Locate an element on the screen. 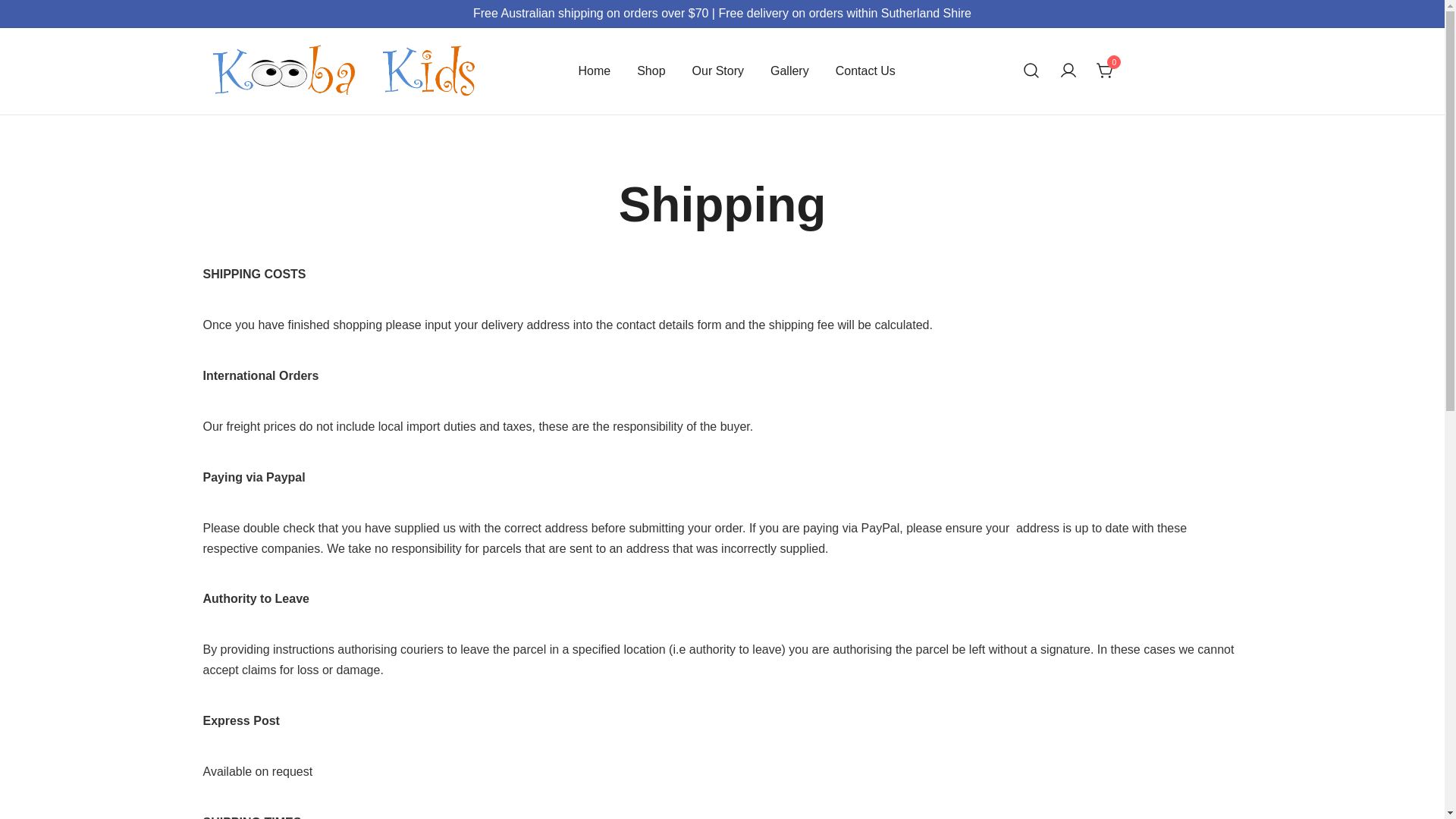 Image resolution: width=1456 pixels, height=819 pixels. '0' is located at coordinates (1106, 70).